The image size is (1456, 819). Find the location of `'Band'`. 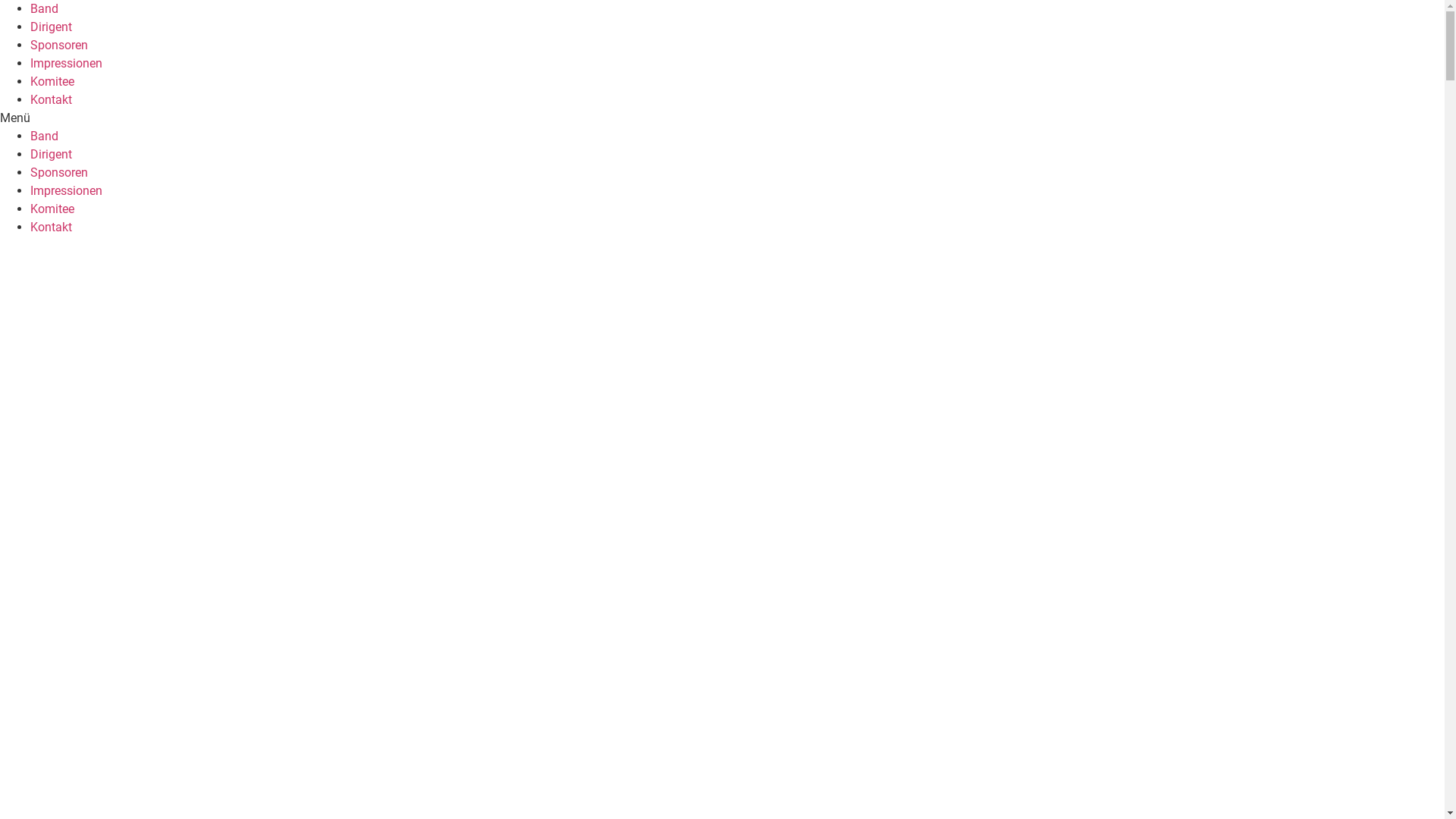

'Band' is located at coordinates (44, 8).